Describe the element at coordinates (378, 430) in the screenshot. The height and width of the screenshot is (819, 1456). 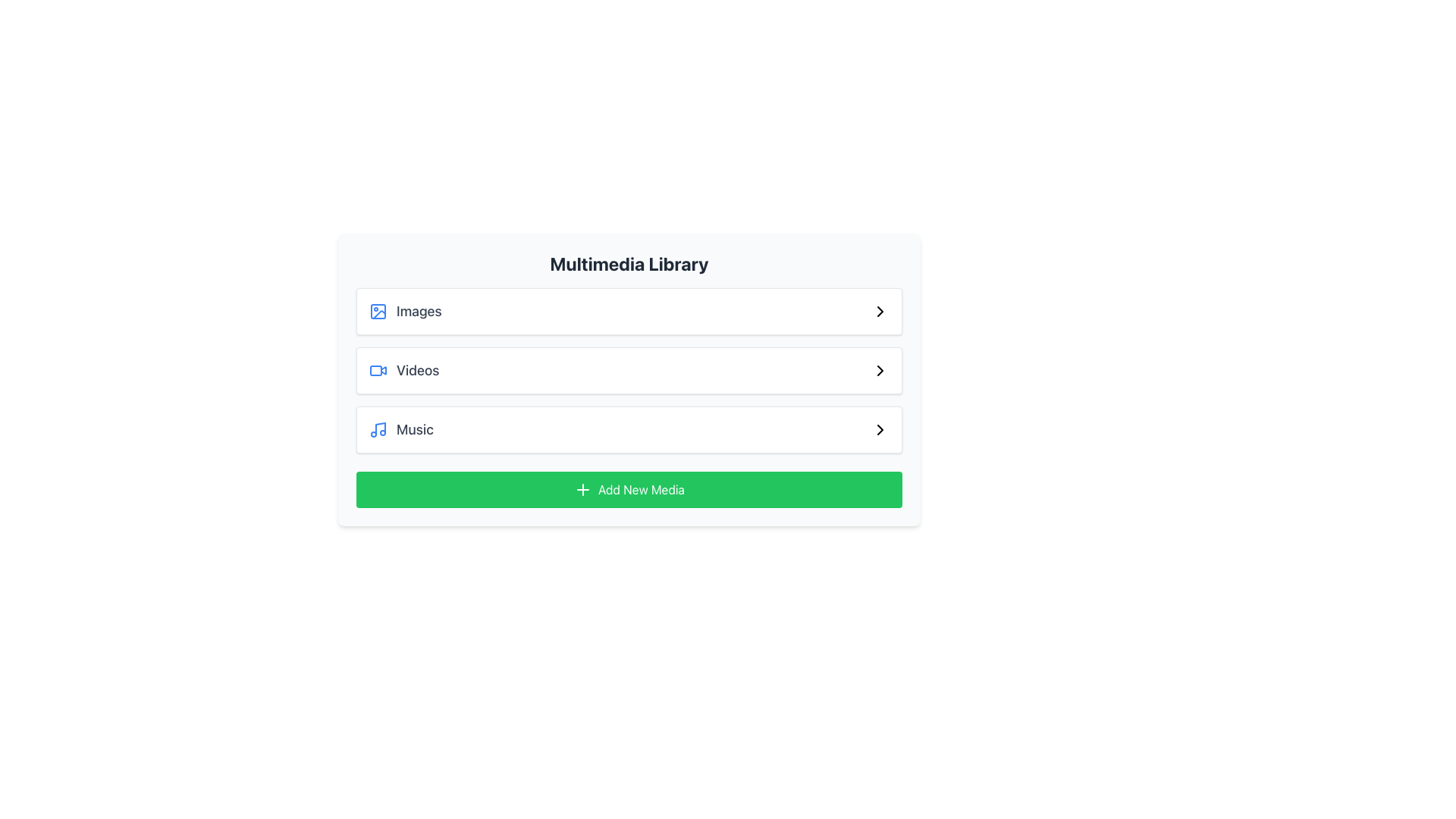
I see `the blue music icon, which is represented by a note and is located near the left side of the 'Music' option in the 'Multimedia Library' interface` at that location.